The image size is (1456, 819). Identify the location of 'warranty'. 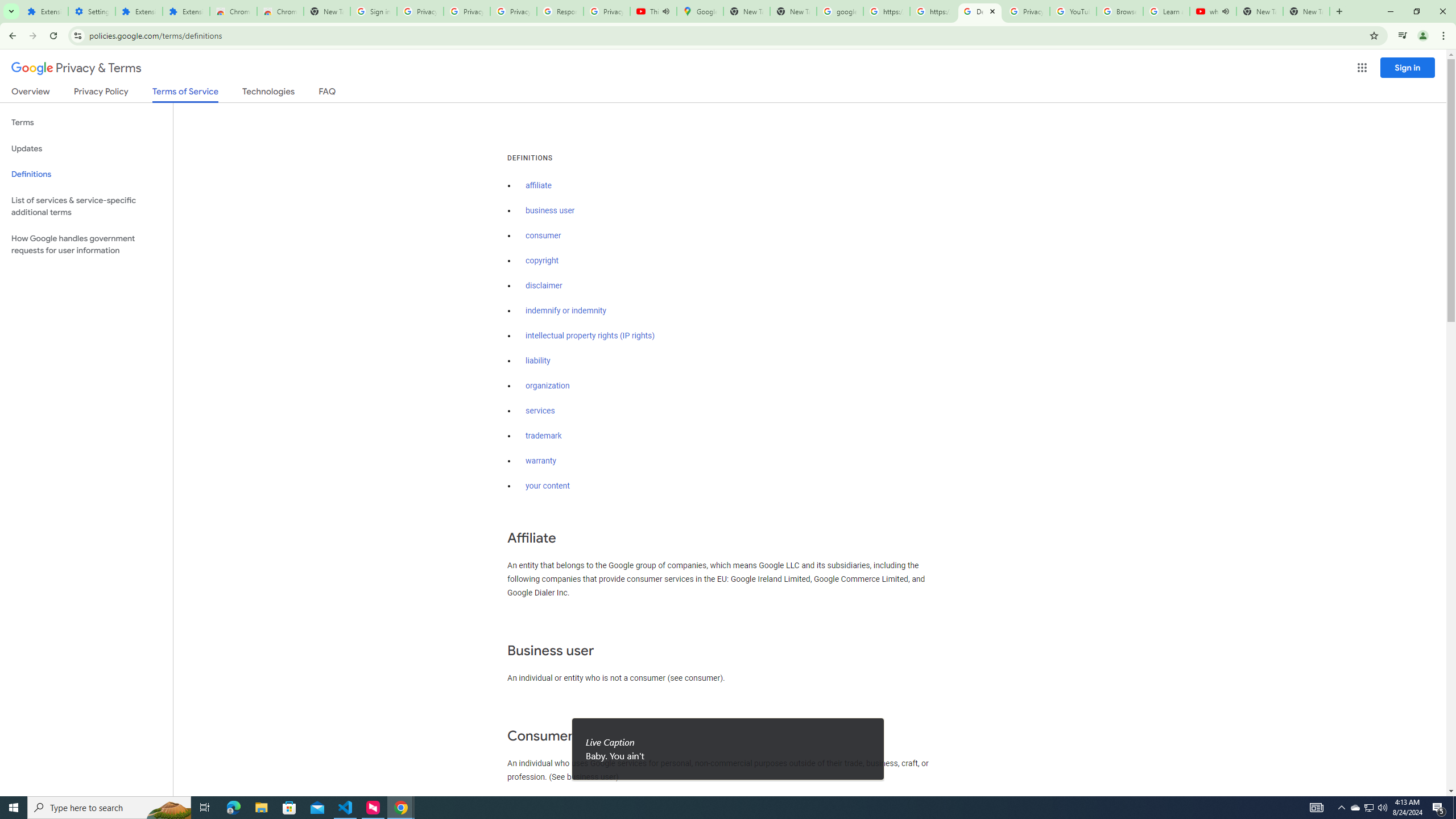
(540, 460).